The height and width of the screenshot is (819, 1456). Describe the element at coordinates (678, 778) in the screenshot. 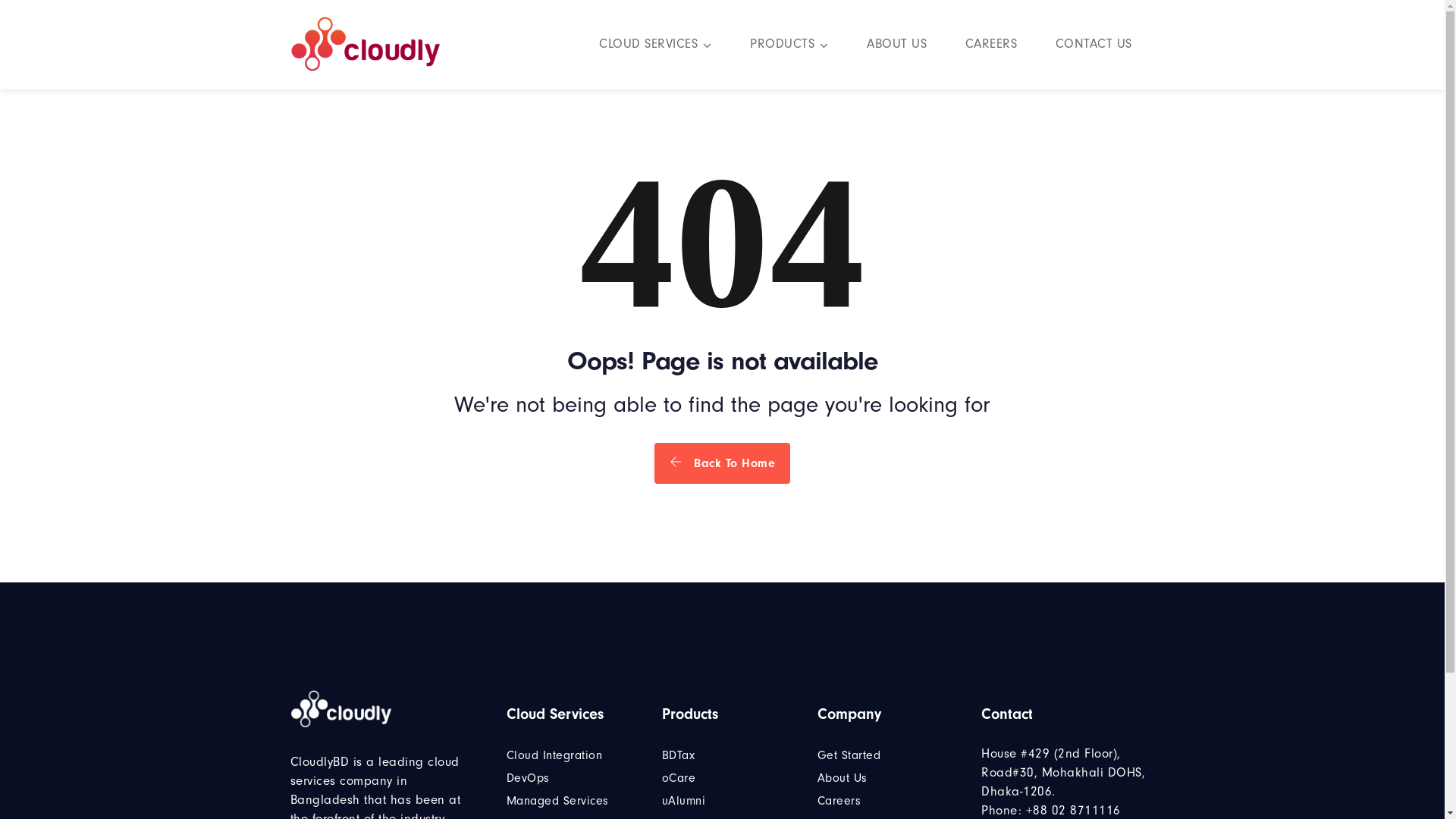

I see `'oCare'` at that location.